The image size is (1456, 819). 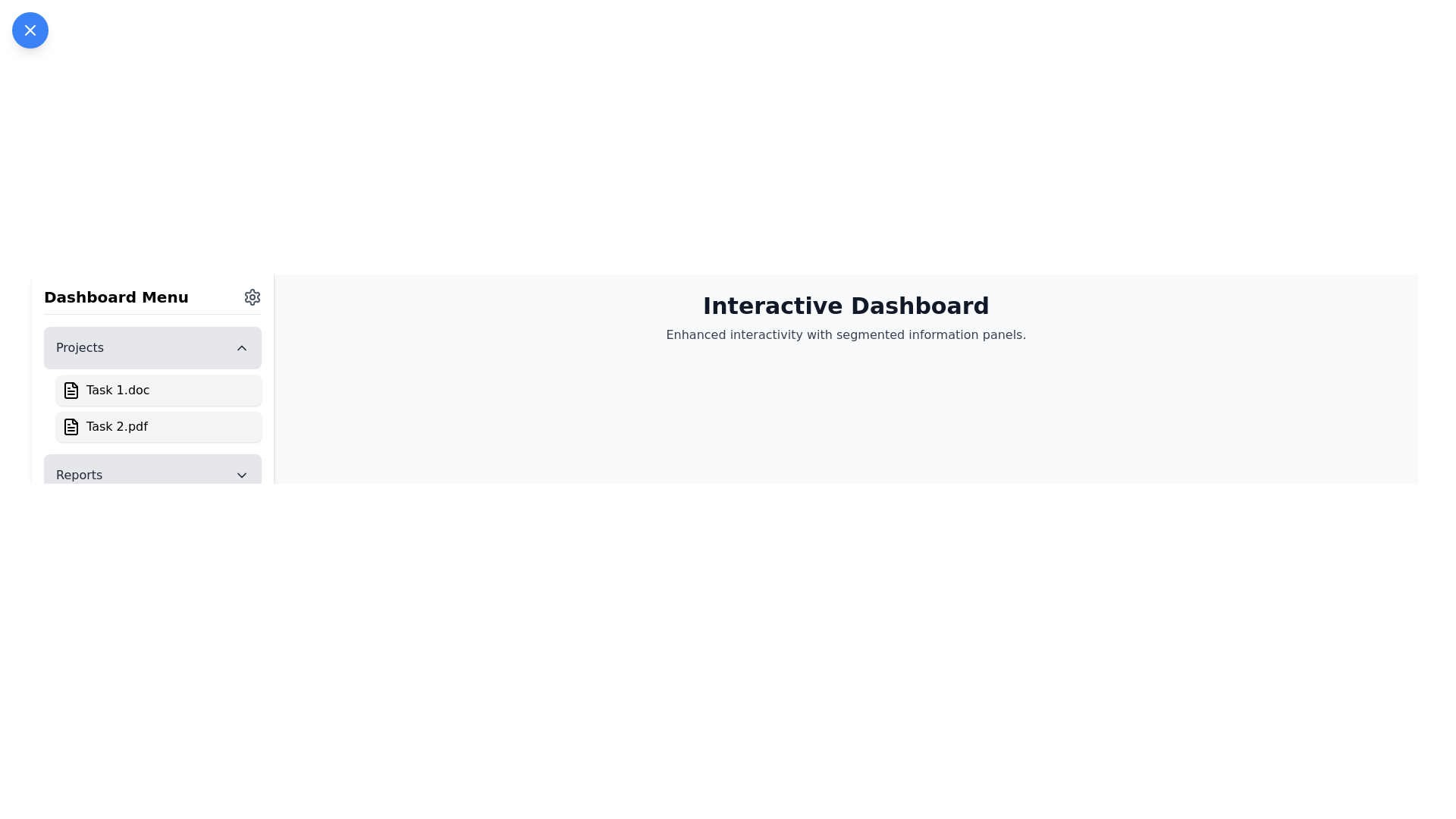 I want to click on the collapsible menu button under 'Dashboard Menu', so click(x=152, y=348).